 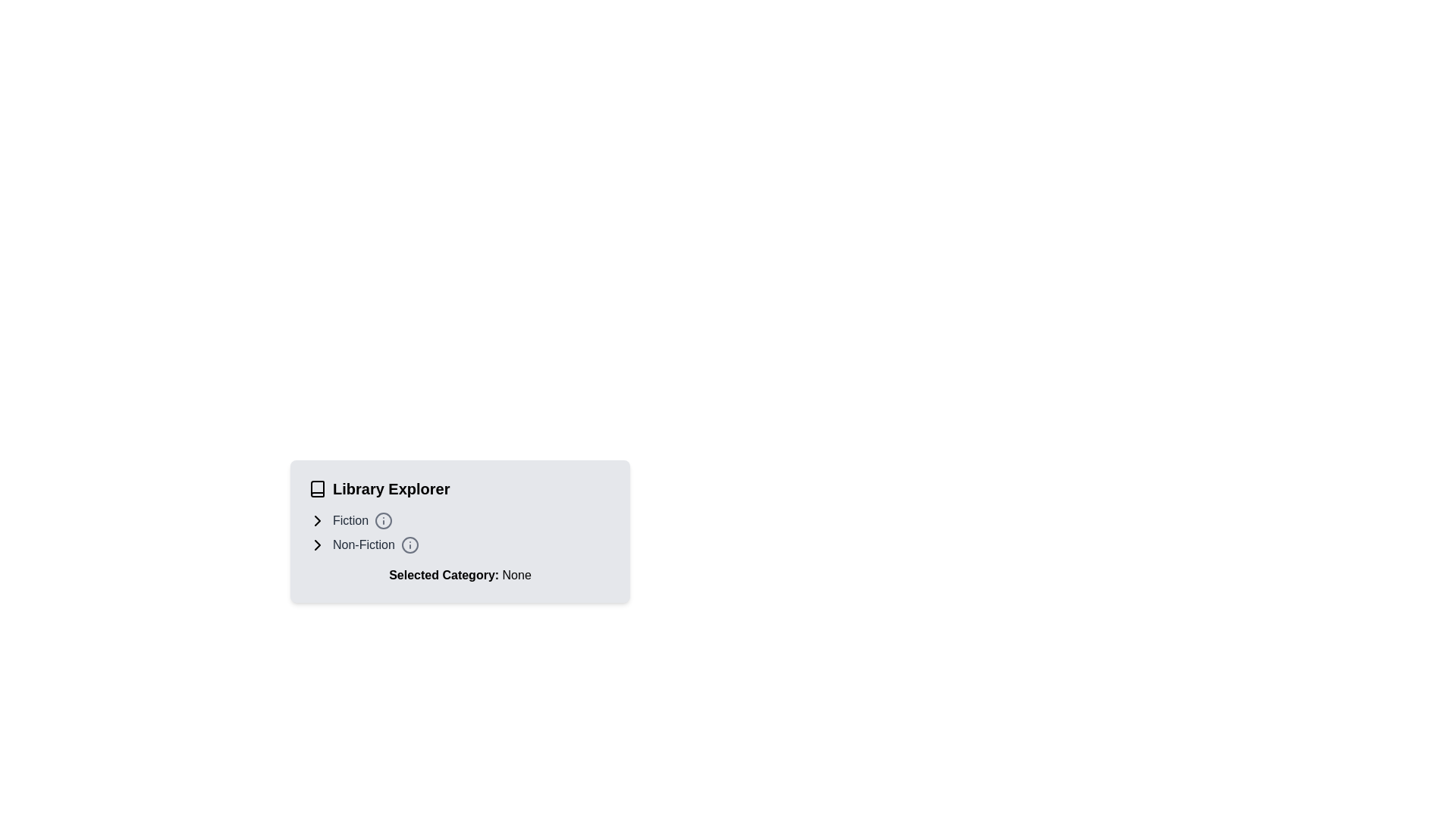 What do you see at coordinates (364, 544) in the screenshot?
I see `the 'Non-Fiction' text label in the Library Explorer section, which is styled to be interactive and positioned below the 'Fiction' entry` at bounding box center [364, 544].